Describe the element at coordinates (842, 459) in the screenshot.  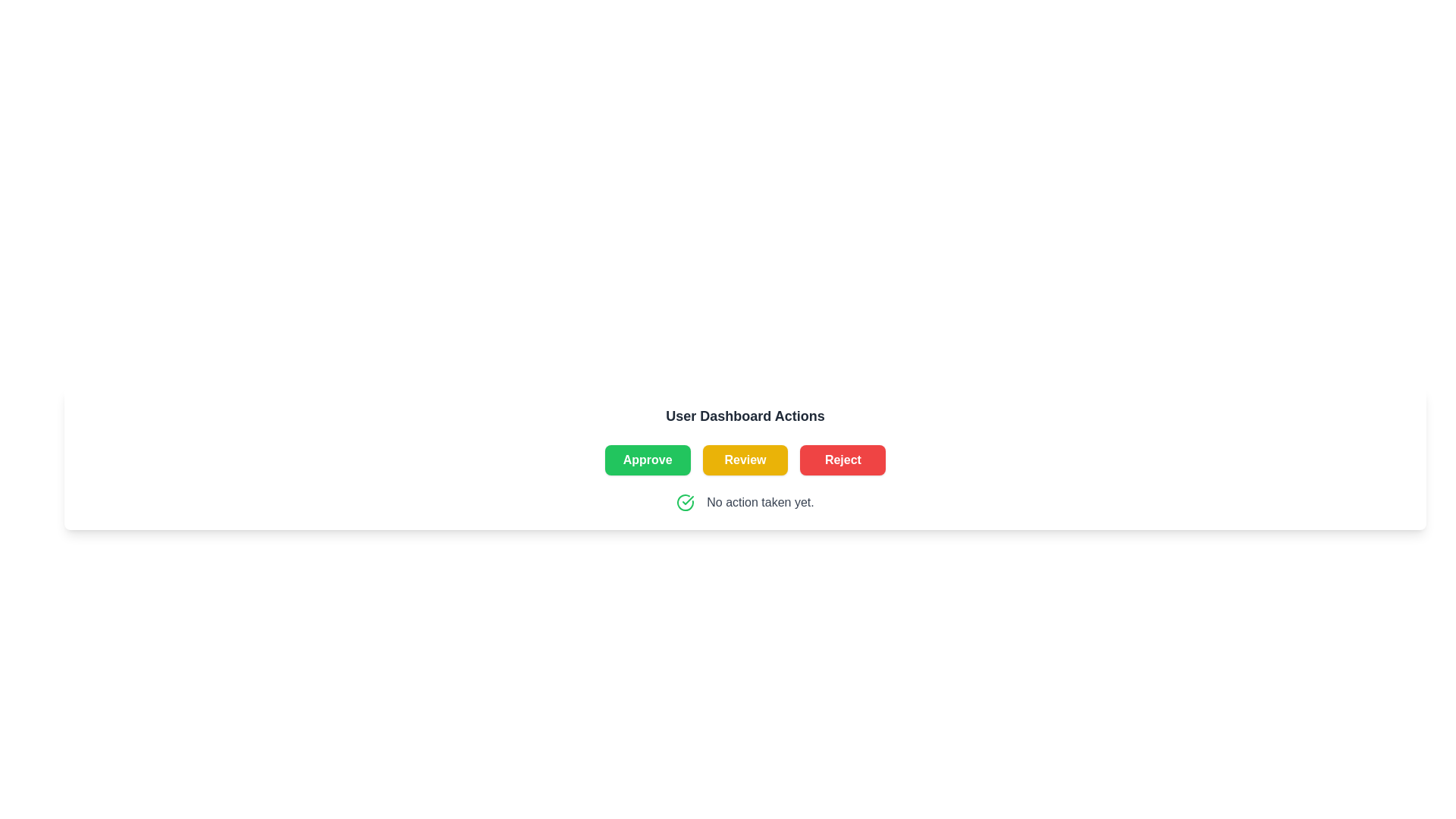
I see `the 'Reject' button, which is the third button in a row of three buttons at the bottom center of the interface, to trigger interaction effects` at that location.